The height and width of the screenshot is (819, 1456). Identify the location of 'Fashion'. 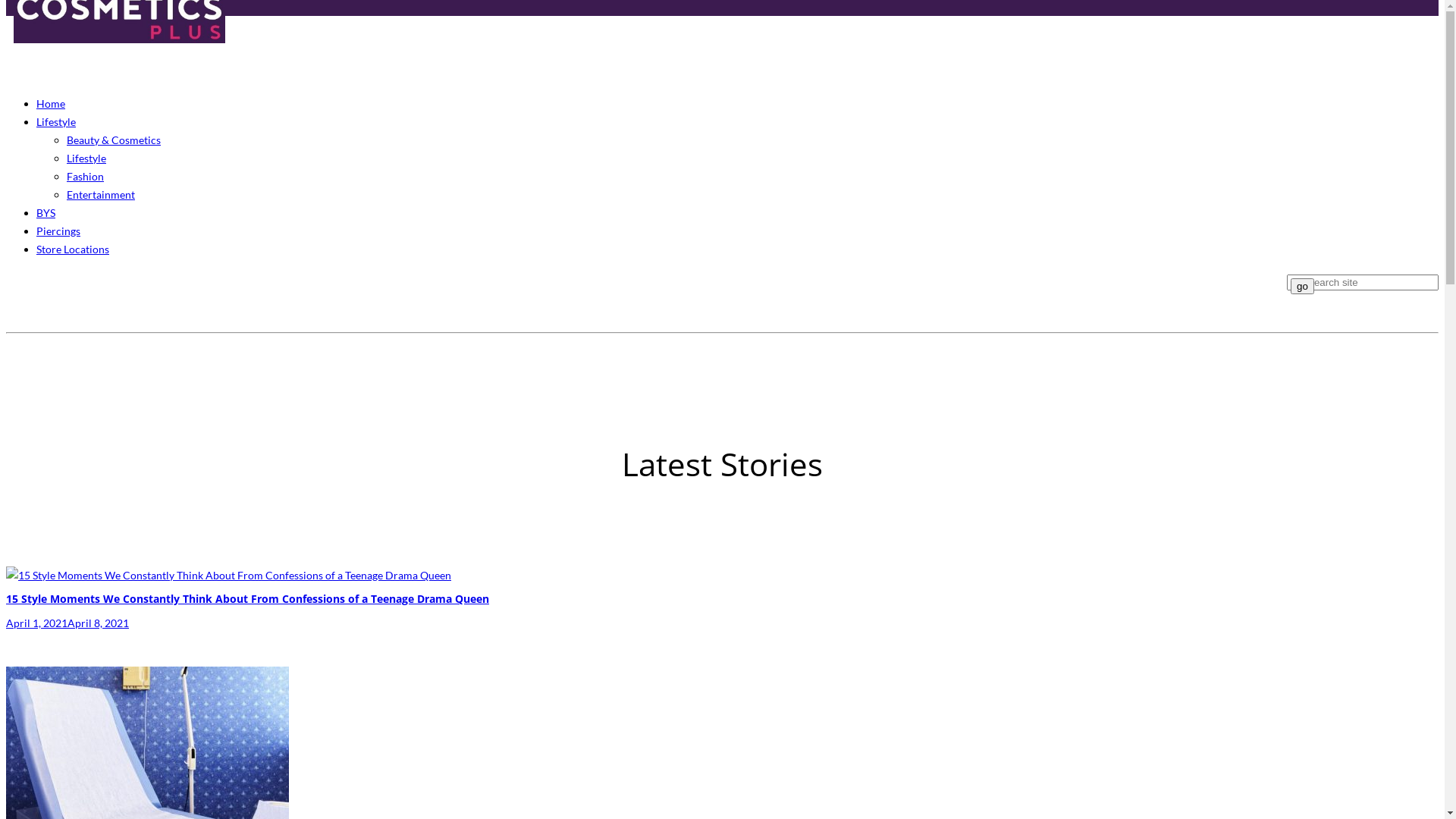
(84, 175).